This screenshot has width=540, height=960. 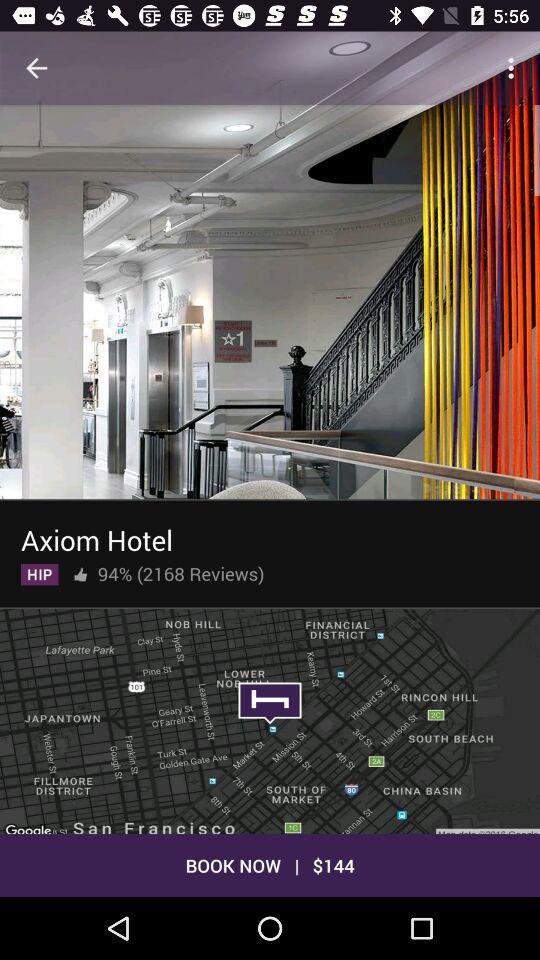 I want to click on axiom hotel item, so click(x=95, y=535).